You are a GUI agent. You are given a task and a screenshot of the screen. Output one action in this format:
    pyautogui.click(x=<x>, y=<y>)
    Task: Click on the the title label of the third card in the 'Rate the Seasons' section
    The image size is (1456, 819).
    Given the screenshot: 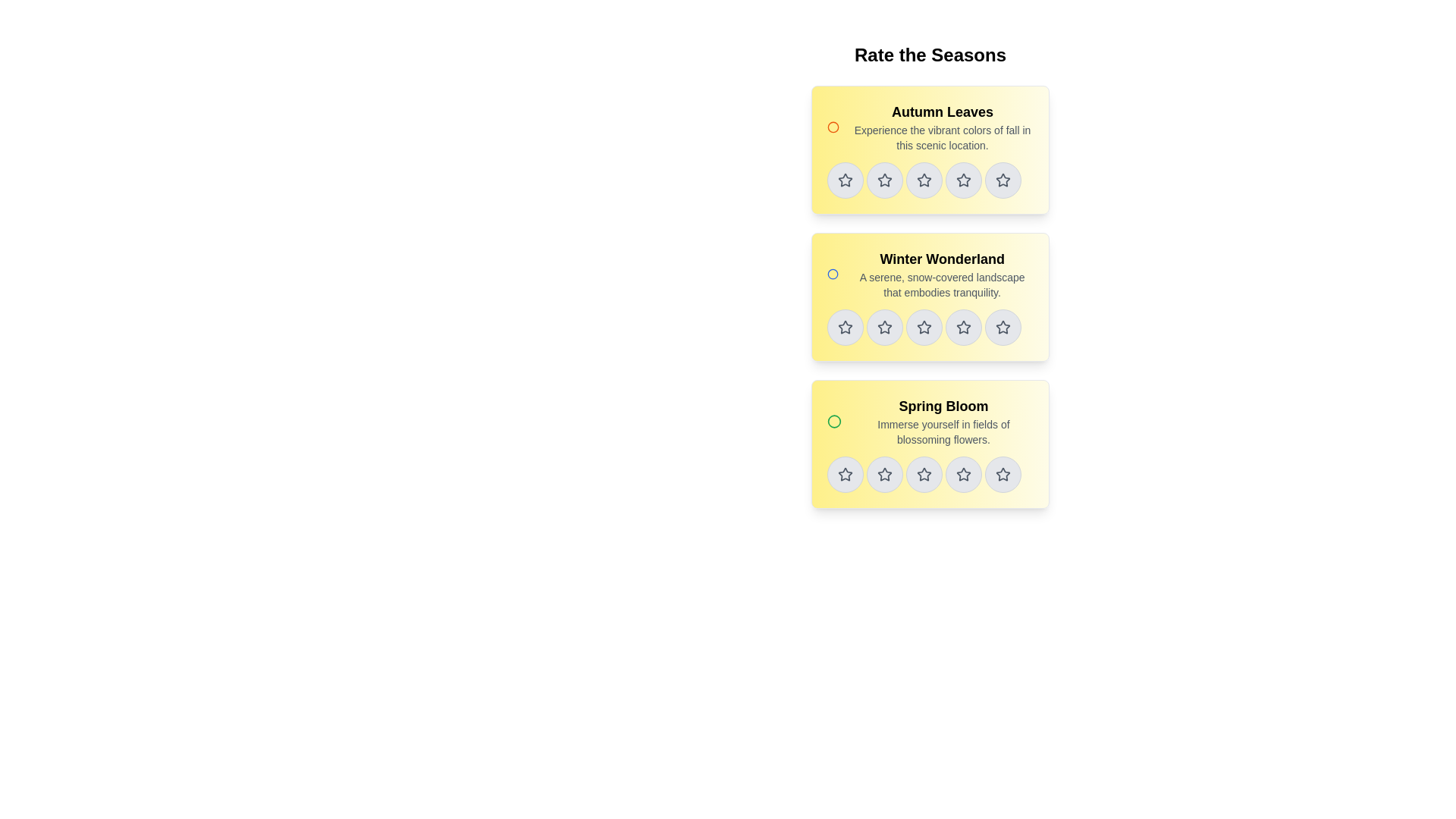 What is the action you would take?
    pyautogui.click(x=943, y=406)
    